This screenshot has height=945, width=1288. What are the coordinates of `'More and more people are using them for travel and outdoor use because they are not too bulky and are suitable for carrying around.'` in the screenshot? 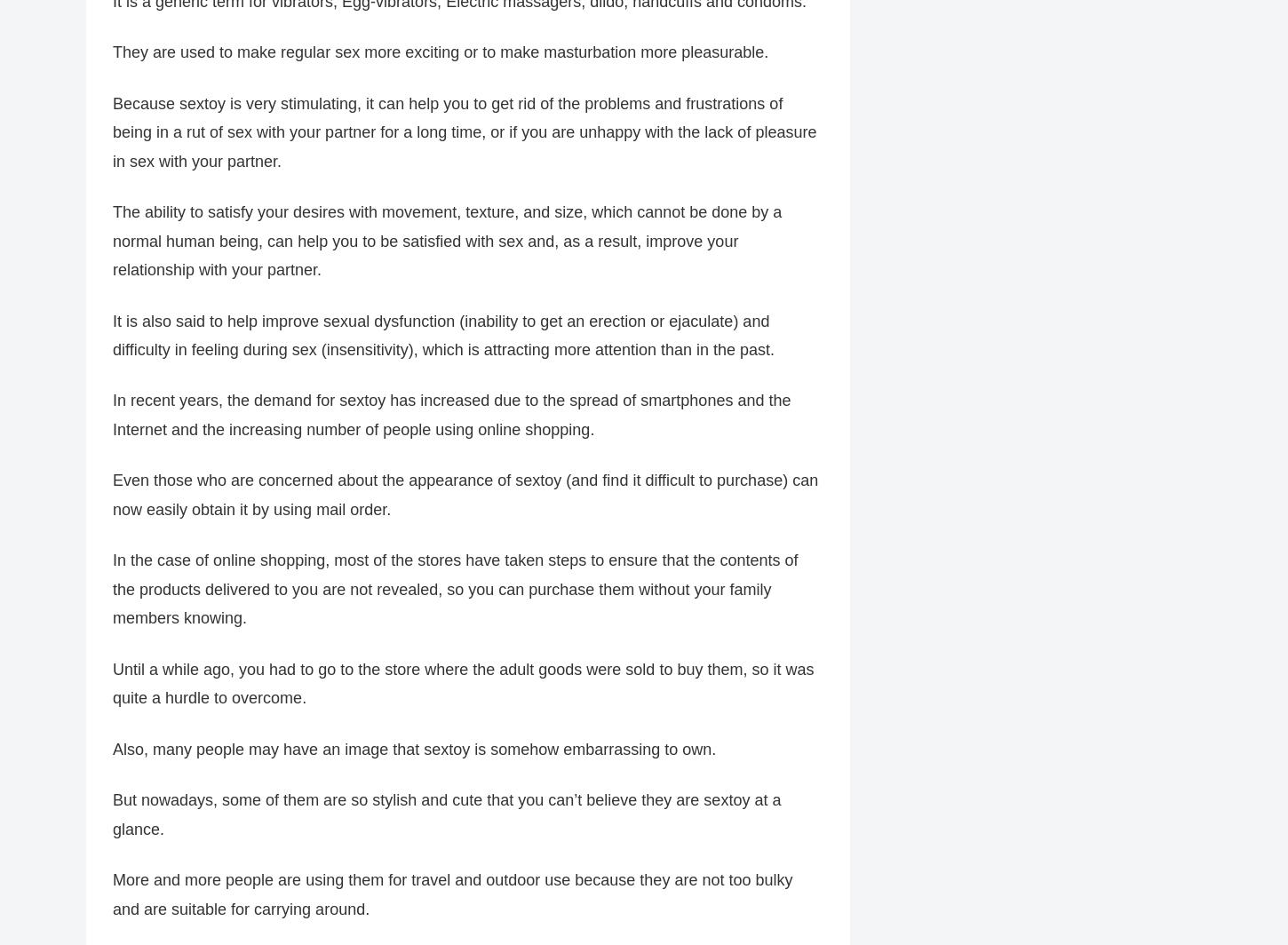 It's located at (452, 893).